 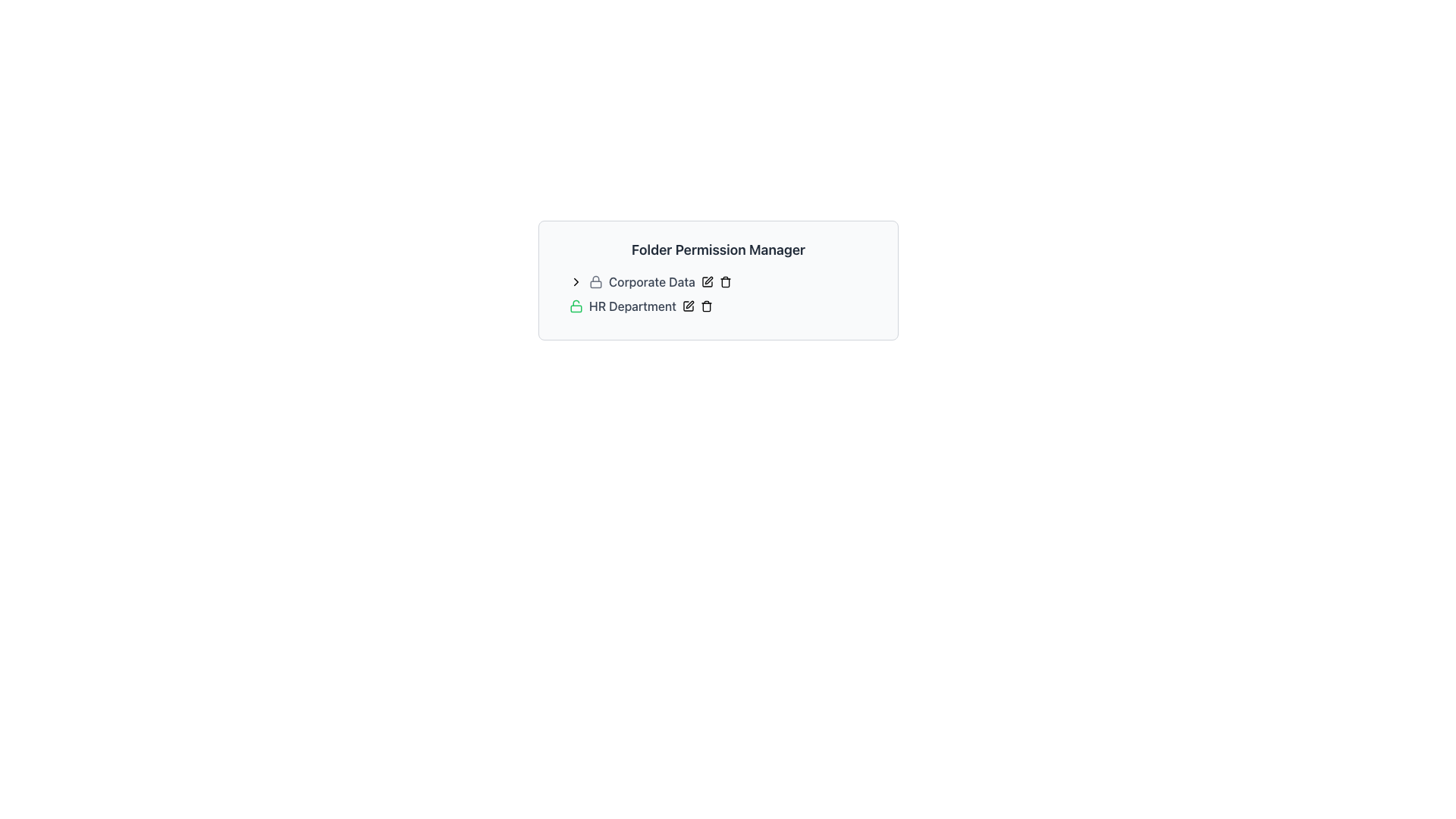 What do you see at coordinates (706, 281) in the screenshot?
I see `the decorative edit icon located to the right of the 'Corporate Data' text in the 'Folder Permission Manager' interface` at bounding box center [706, 281].